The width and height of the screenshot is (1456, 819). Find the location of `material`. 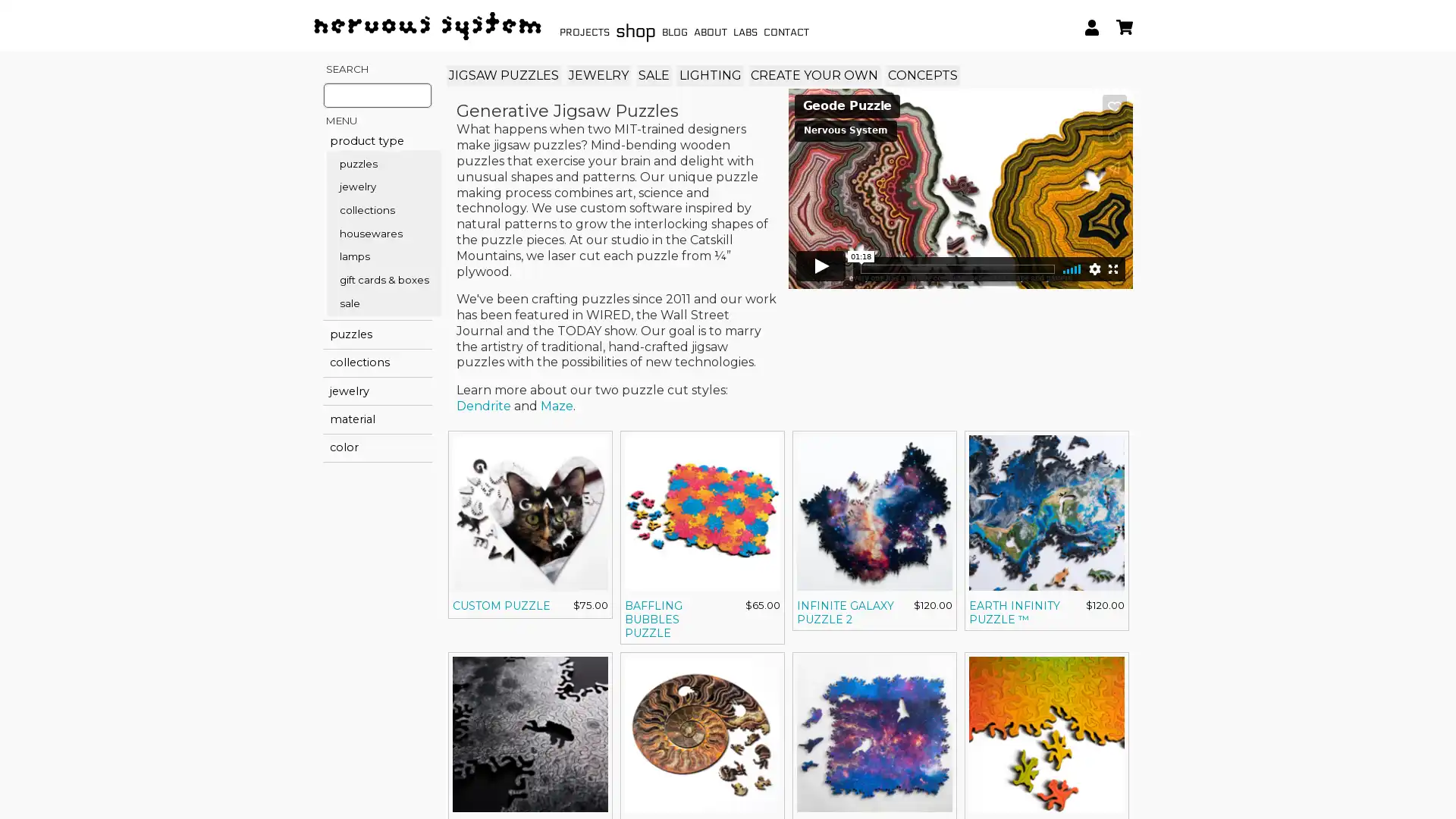

material is located at coordinates (377, 419).